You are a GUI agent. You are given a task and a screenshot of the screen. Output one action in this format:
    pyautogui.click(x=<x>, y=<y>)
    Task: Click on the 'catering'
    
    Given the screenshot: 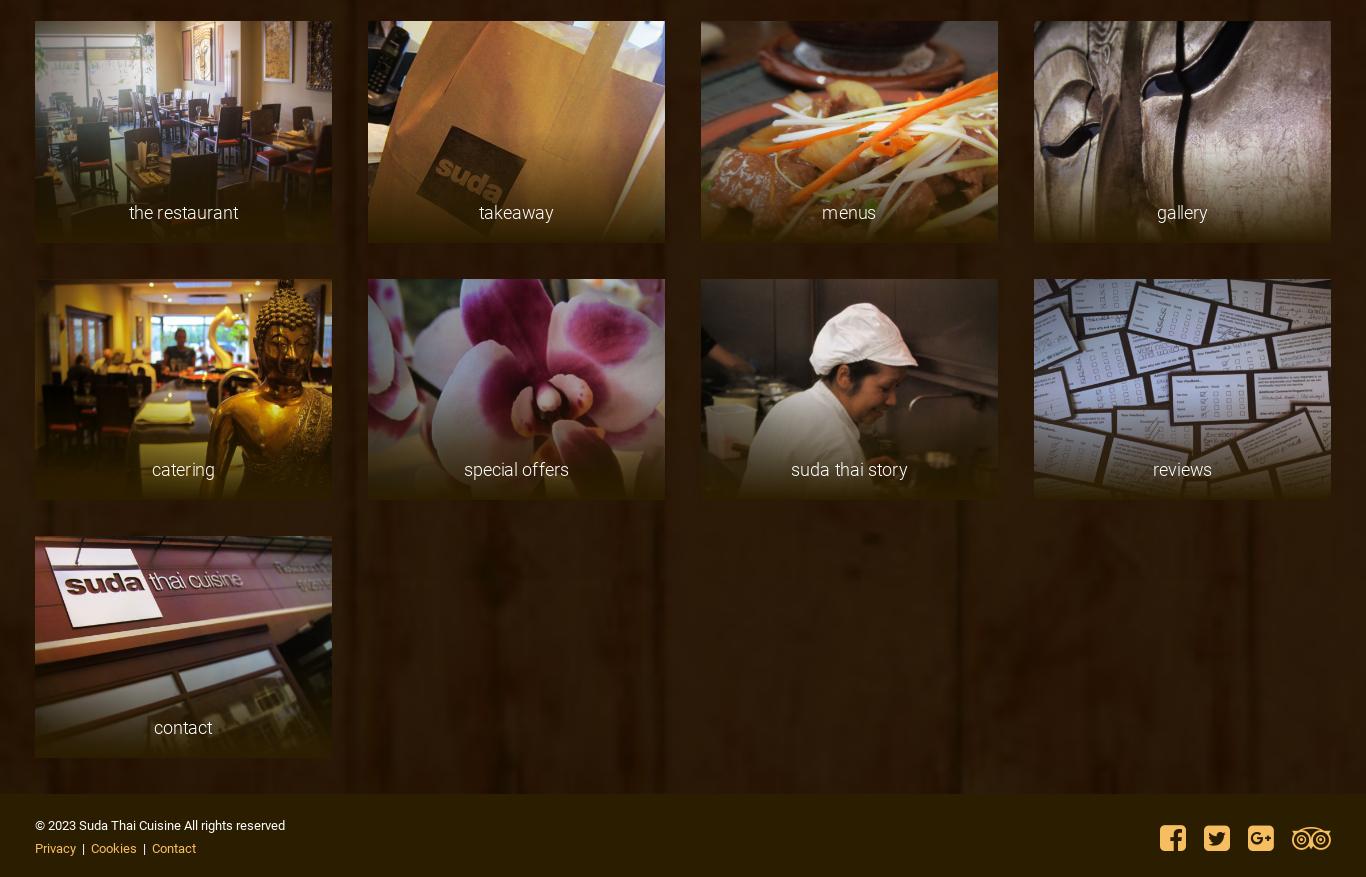 What is the action you would take?
    pyautogui.click(x=182, y=469)
    